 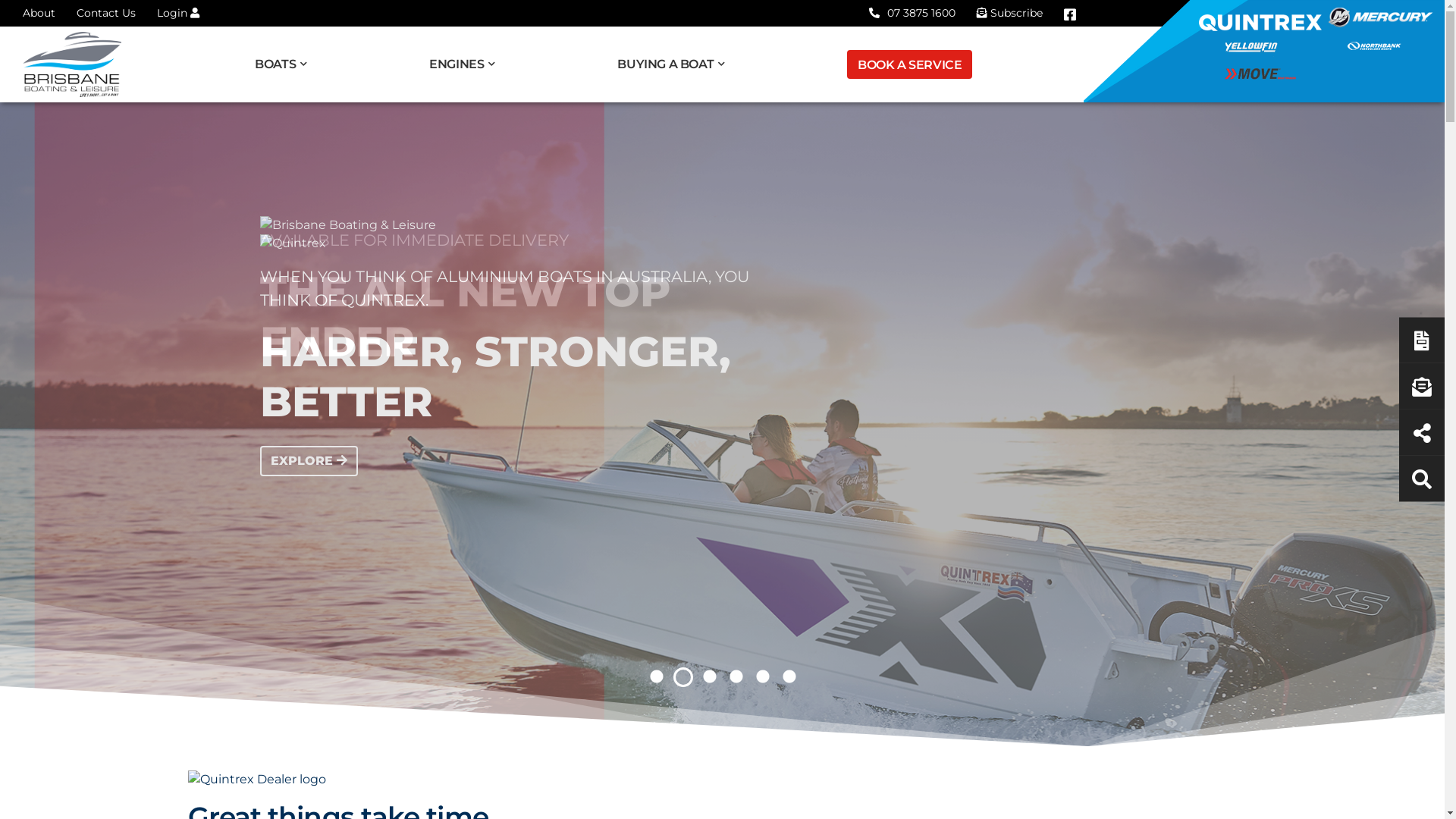 What do you see at coordinates (105, 12) in the screenshot?
I see `'Contact Us'` at bounding box center [105, 12].